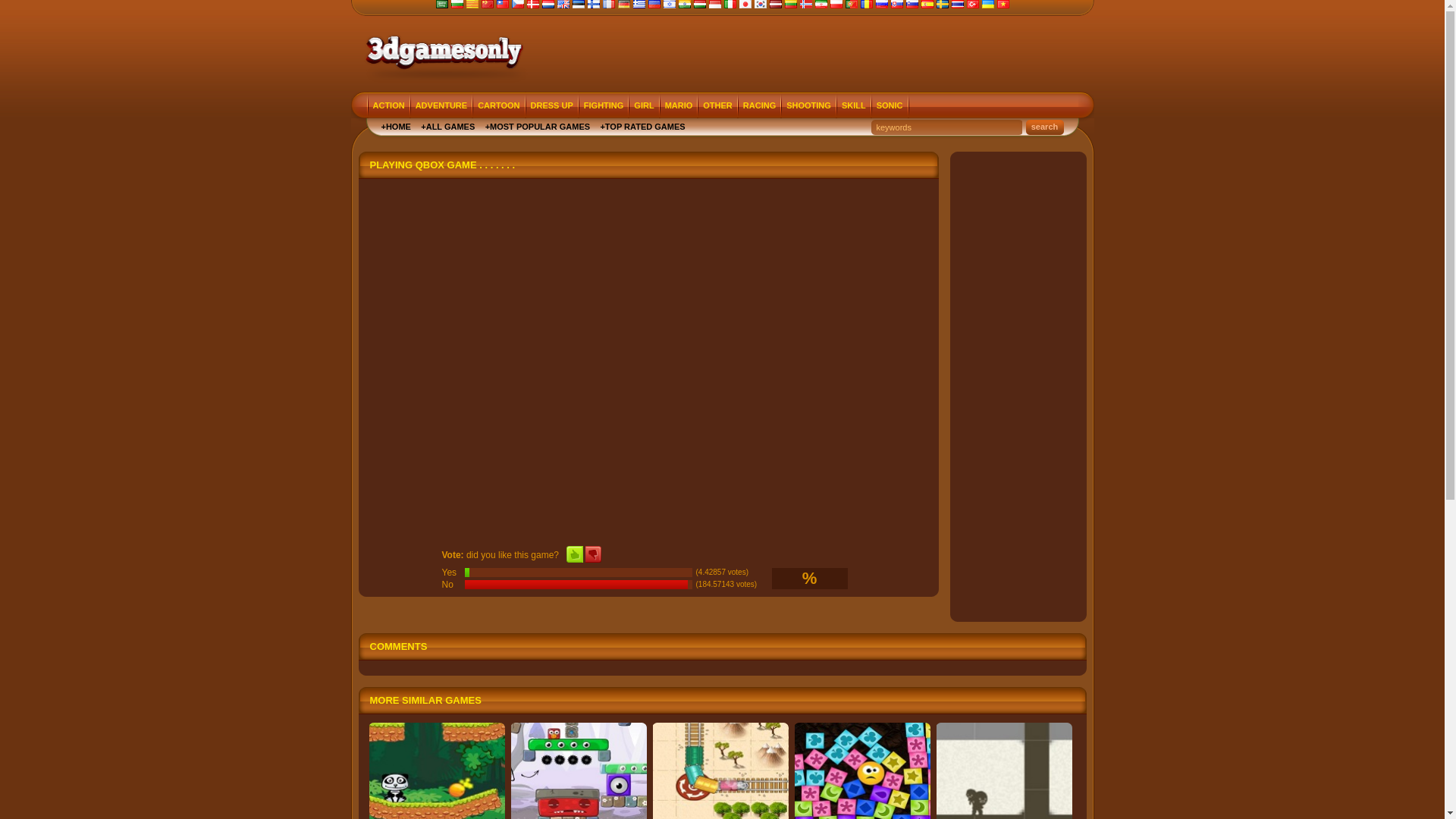 The width and height of the screenshot is (1456, 819). I want to click on 'DRESS UP', so click(526, 105).